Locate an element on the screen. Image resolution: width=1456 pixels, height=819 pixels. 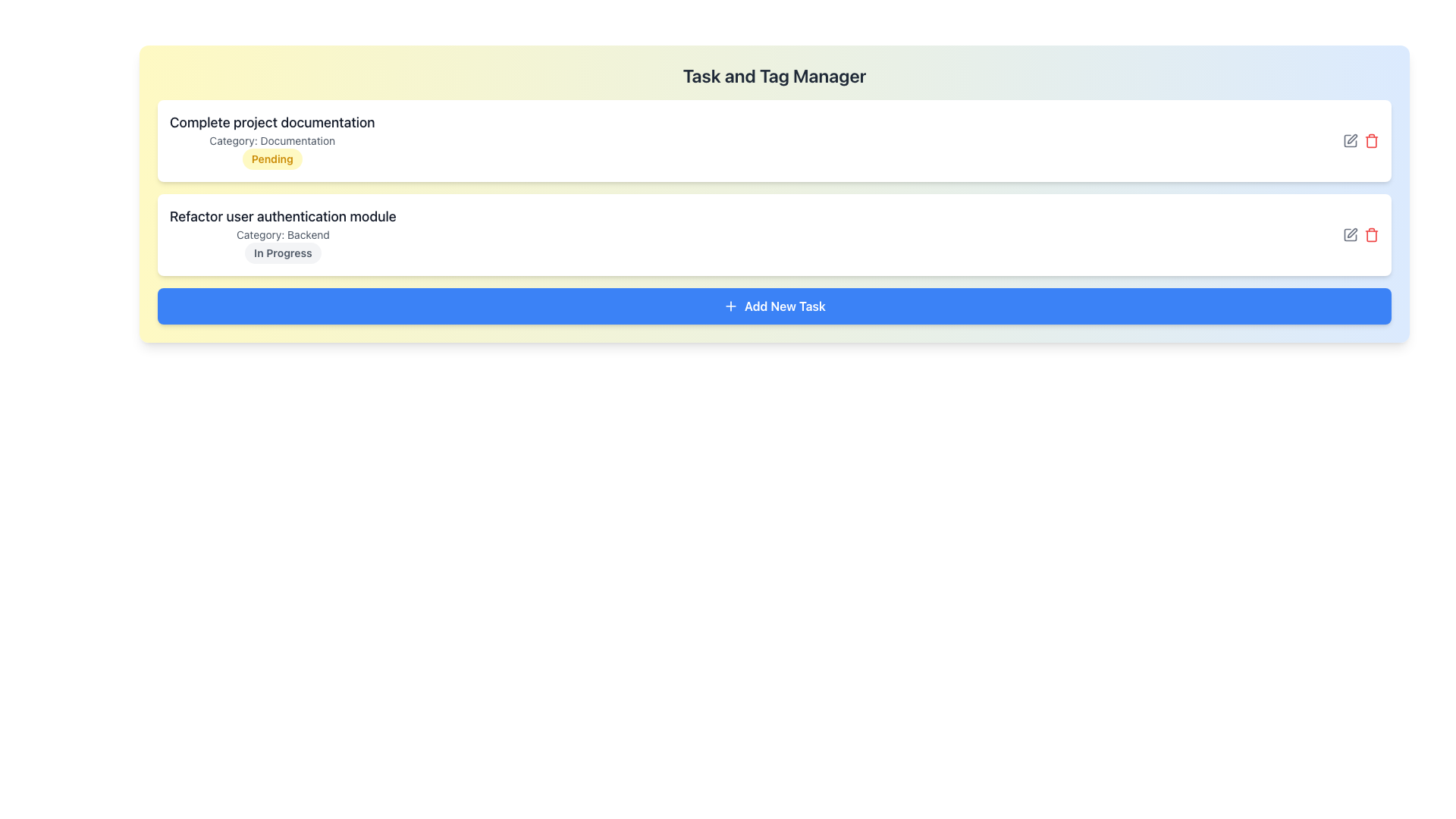
the pen icon representing an edit graphic in the task management interface is located at coordinates (1352, 139).